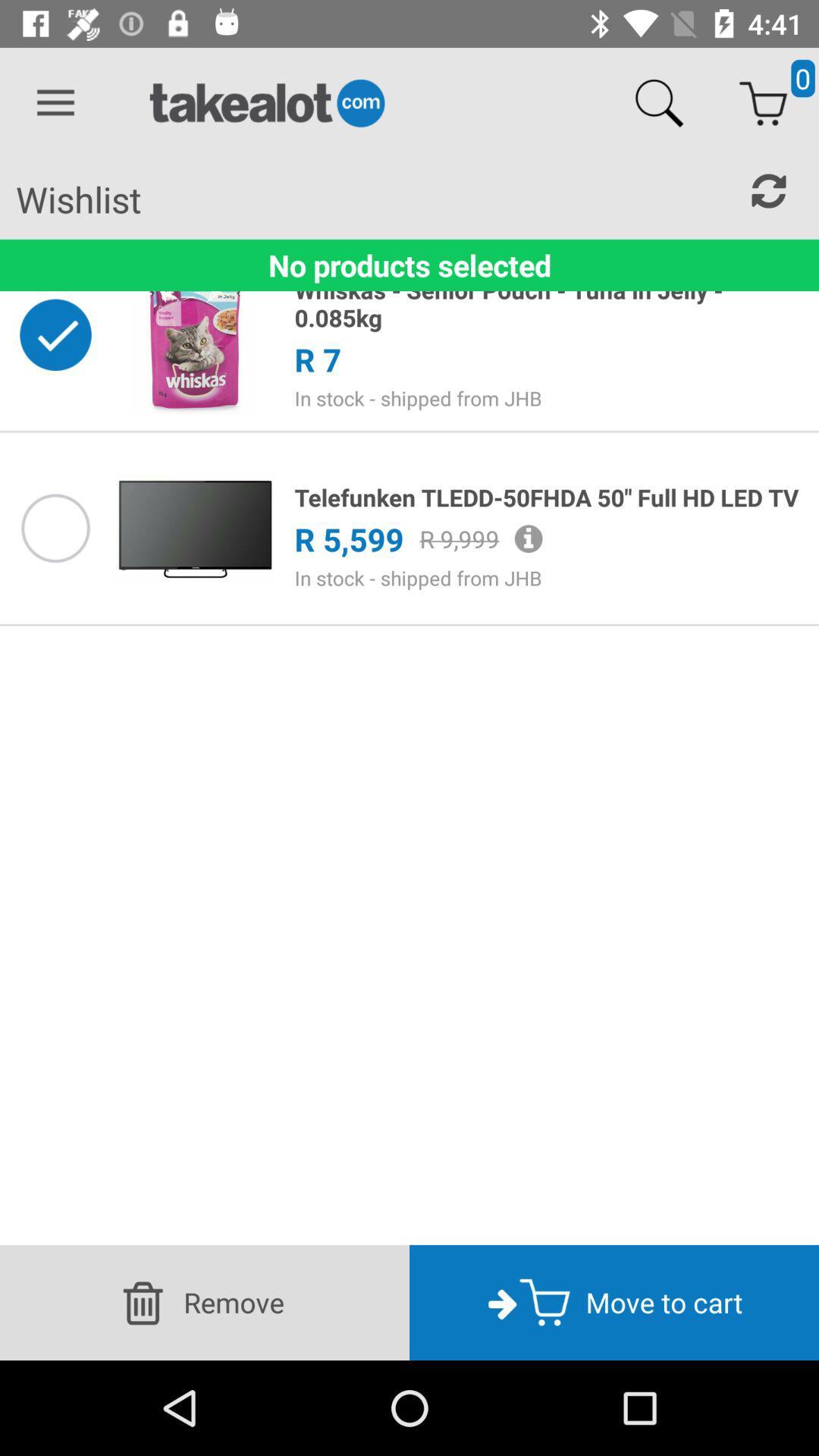 The height and width of the screenshot is (1456, 819). What do you see at coordinates (194, 334) in the screenshot?
I see `the image which is before r 7` at bounding box center [194, 334].